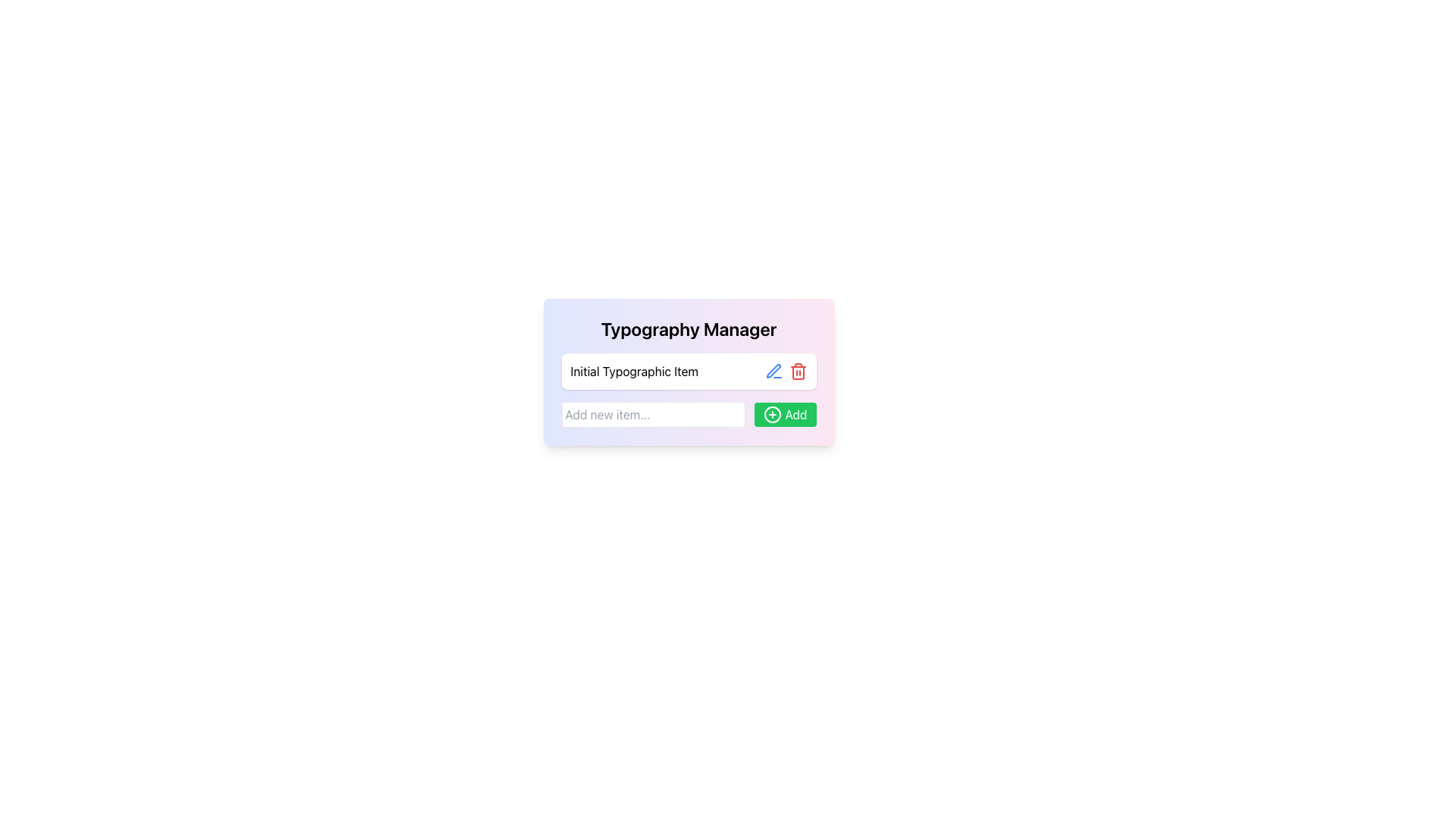  I want to click on the text heading element labeled 'Typography Manager', which is prominently displayed in bold and larger font at the top of the panel, so click(688, 328).